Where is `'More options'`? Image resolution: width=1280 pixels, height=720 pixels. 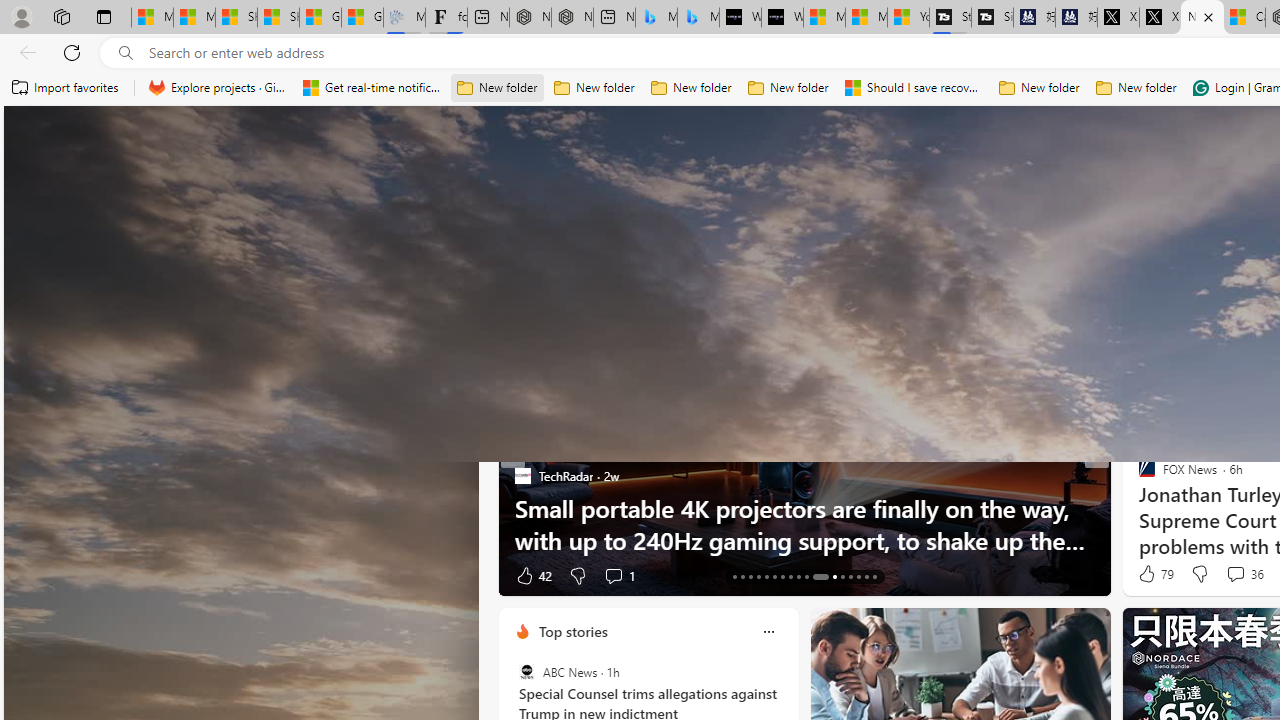
'More options' is located at coordinates (767, 631).